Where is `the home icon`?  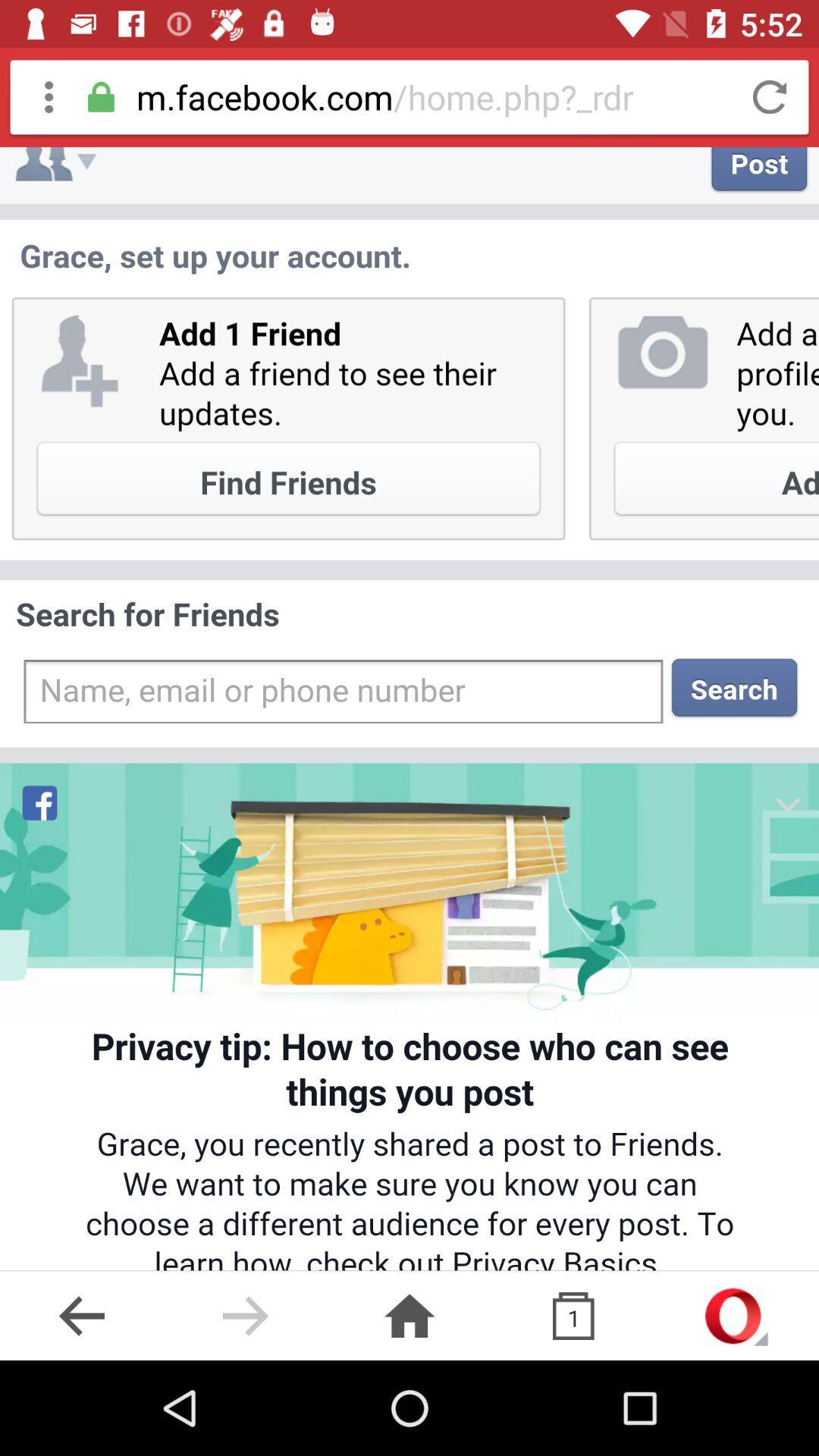 the home icon is located at coordinates (409, 1315).